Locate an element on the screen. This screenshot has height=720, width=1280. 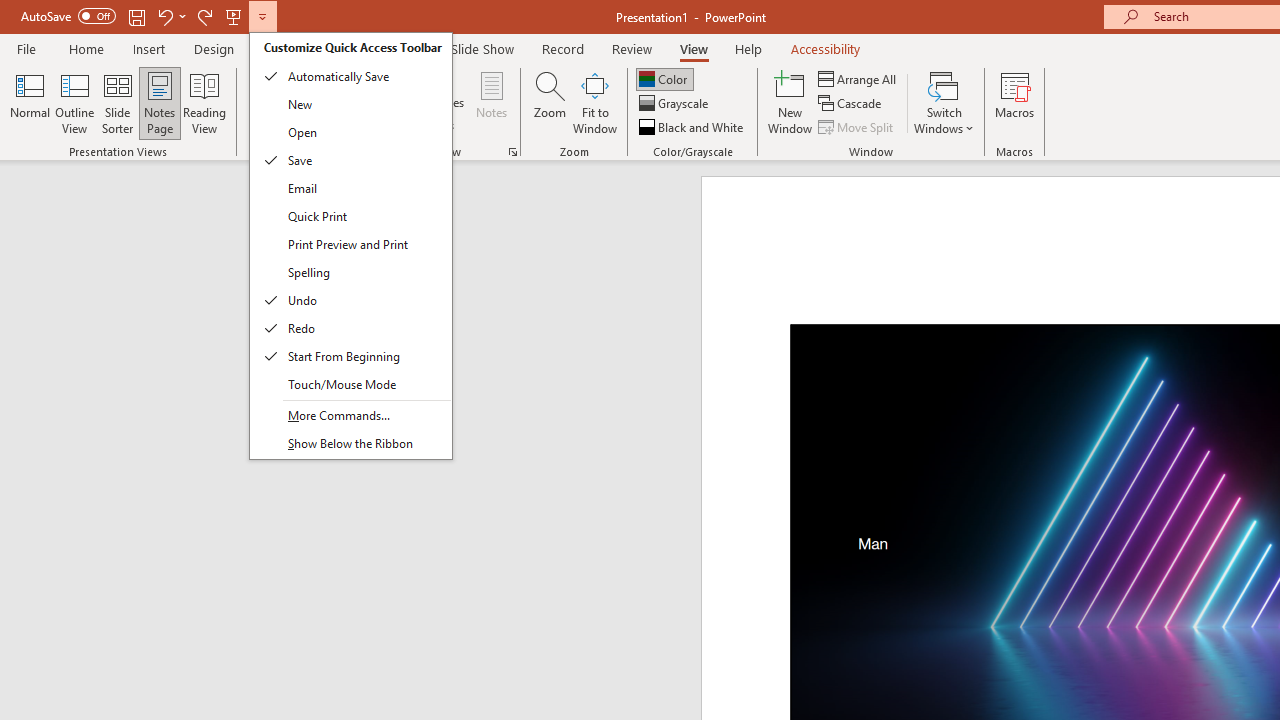
'Grid Settings...' is located at coordinates (513, 150).